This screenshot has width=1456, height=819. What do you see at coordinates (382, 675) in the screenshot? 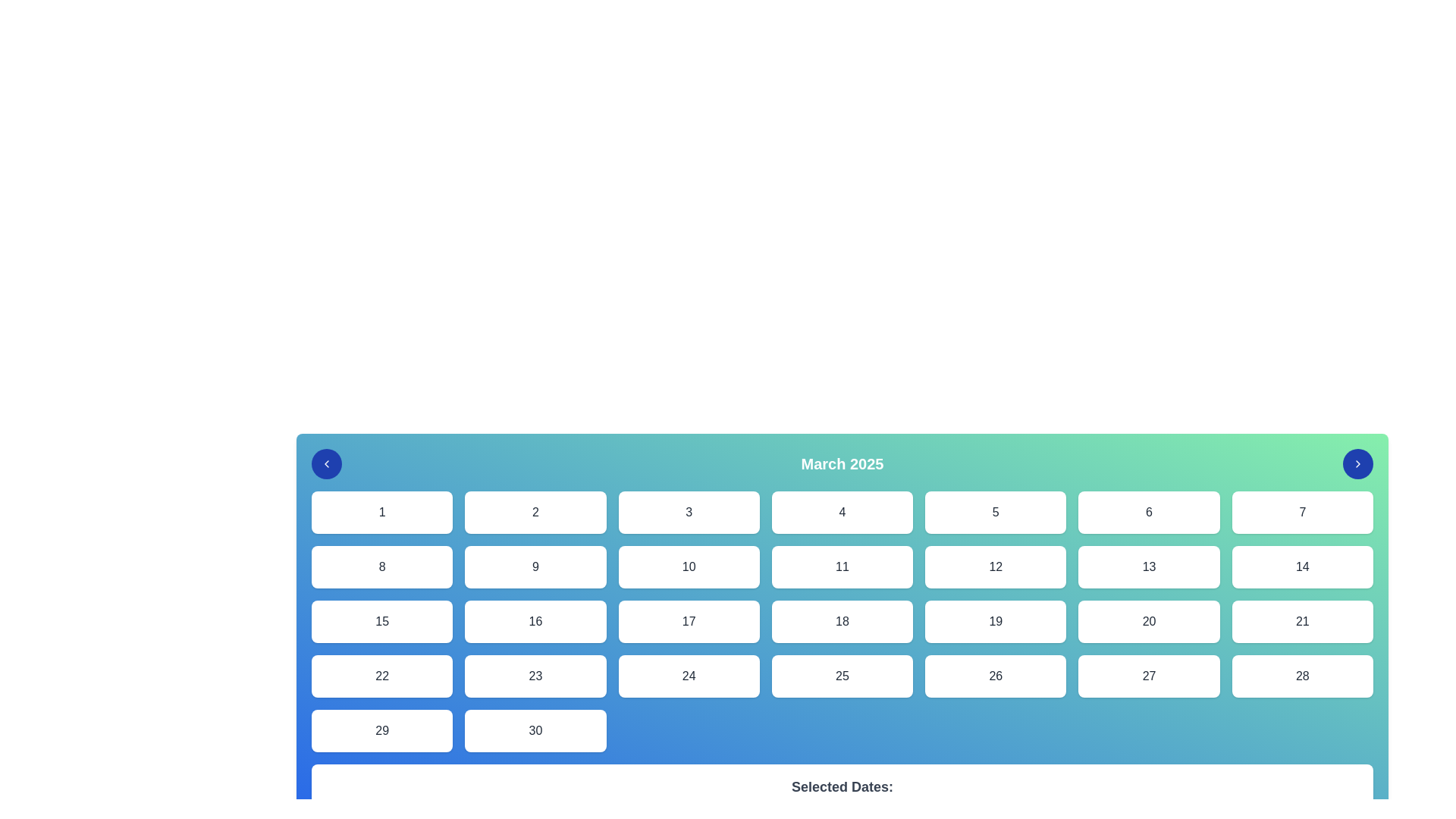
I see `the button-like component containing the number '22', which is located in the fourth row and first column of a grid layout, for rapid selection` at bounding box center [382, 675].